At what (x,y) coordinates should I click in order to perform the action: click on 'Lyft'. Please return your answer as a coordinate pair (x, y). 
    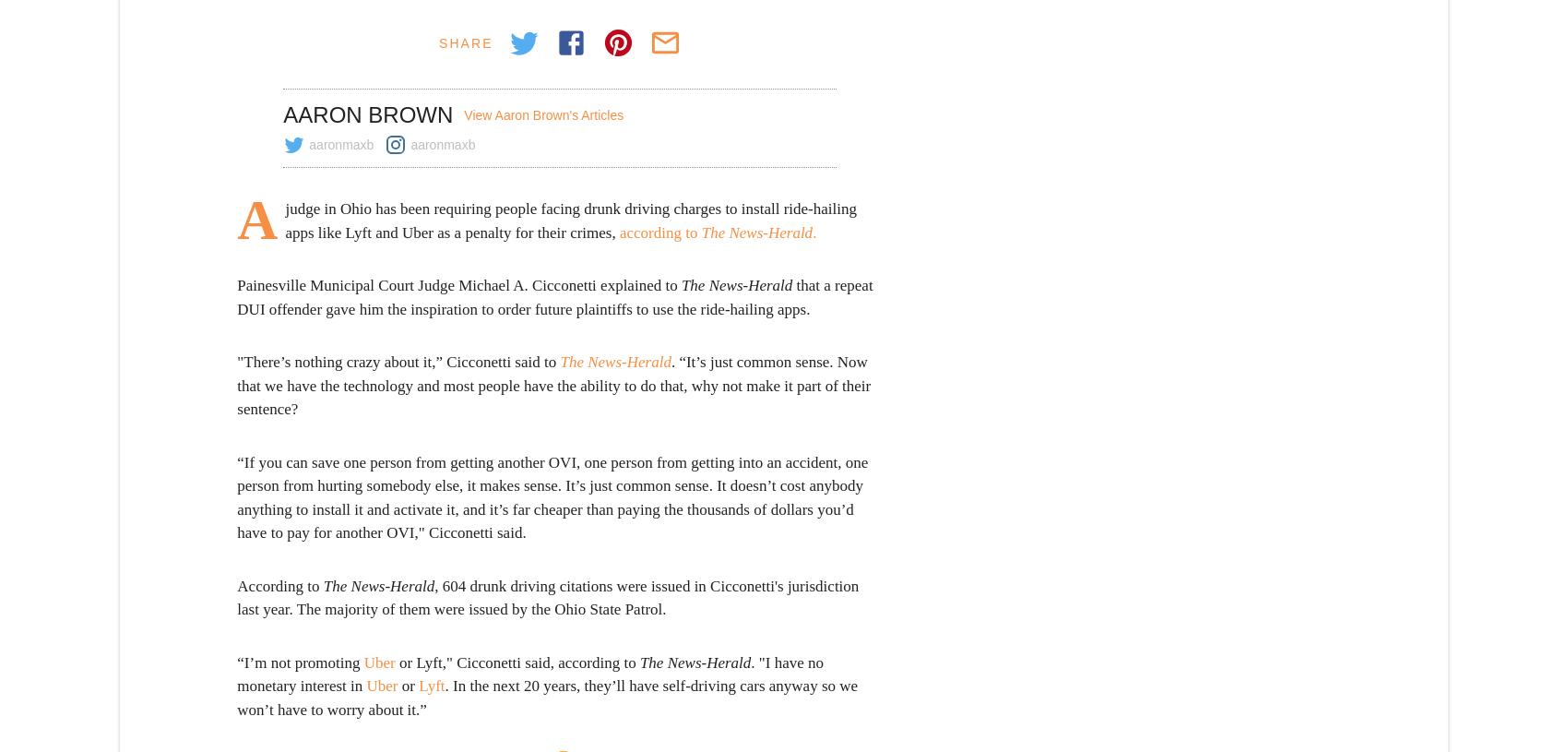
    Looking at the image, I should click on (419, 686).